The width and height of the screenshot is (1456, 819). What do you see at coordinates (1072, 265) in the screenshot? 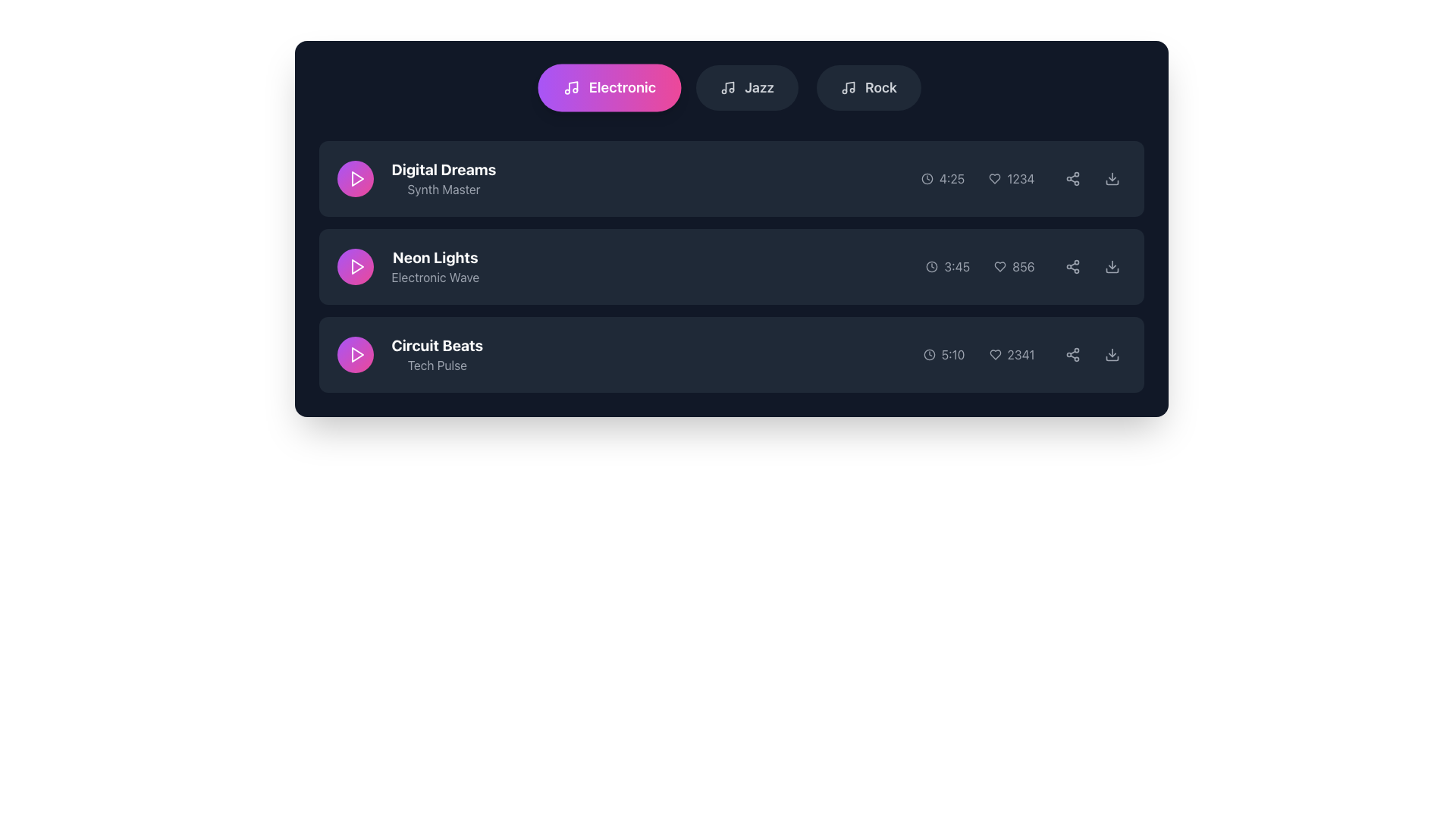
I see `the interactive share icon button, which resembles a 'share' symbol with three connected circles, located to the right of the second row entry and preceding the download button` at bounding box center [1072, 265].